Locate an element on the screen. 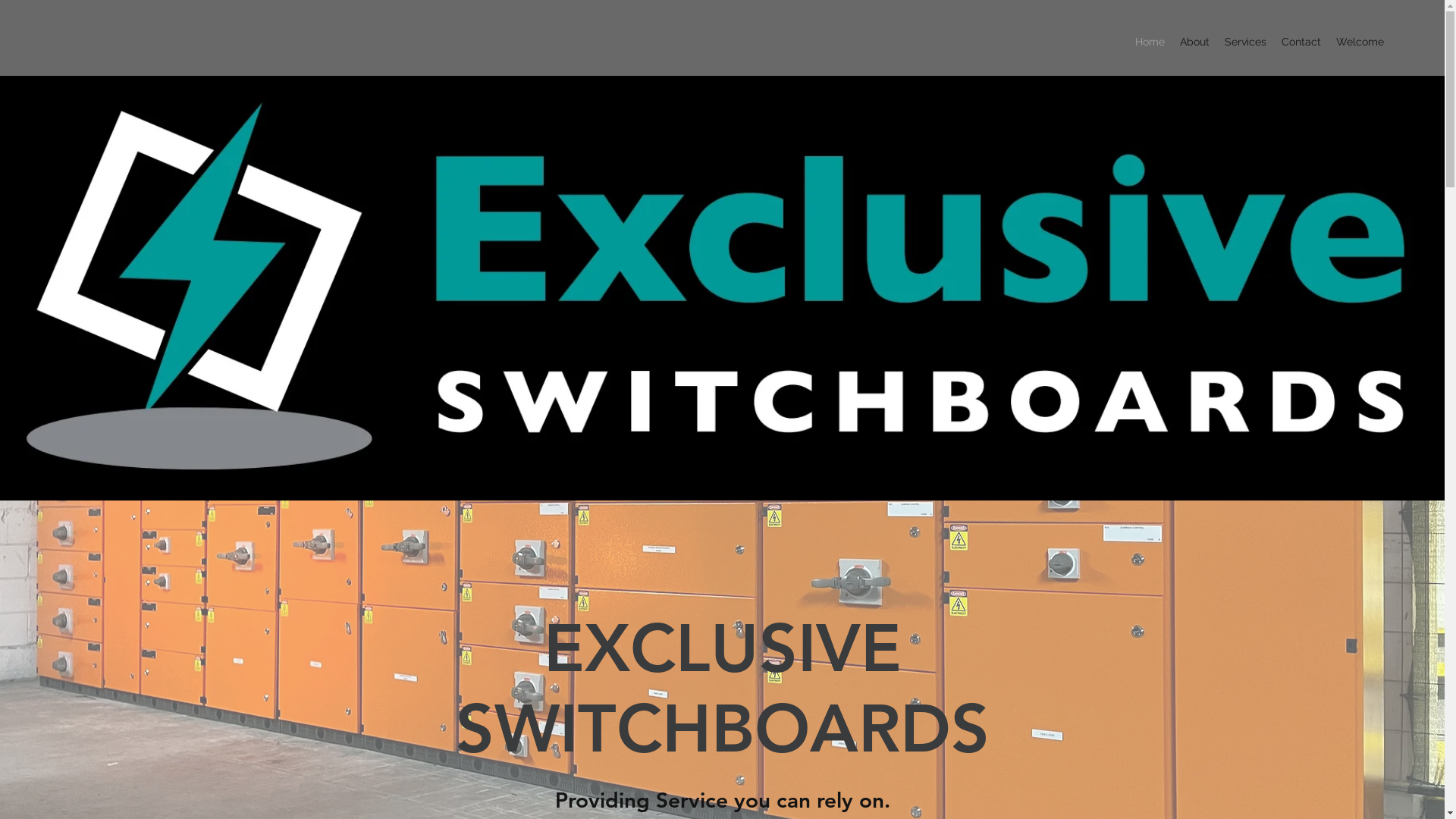 The height and width of the screenshot is (819, 1456). 'Home' is located at coordinates (1150, 40).